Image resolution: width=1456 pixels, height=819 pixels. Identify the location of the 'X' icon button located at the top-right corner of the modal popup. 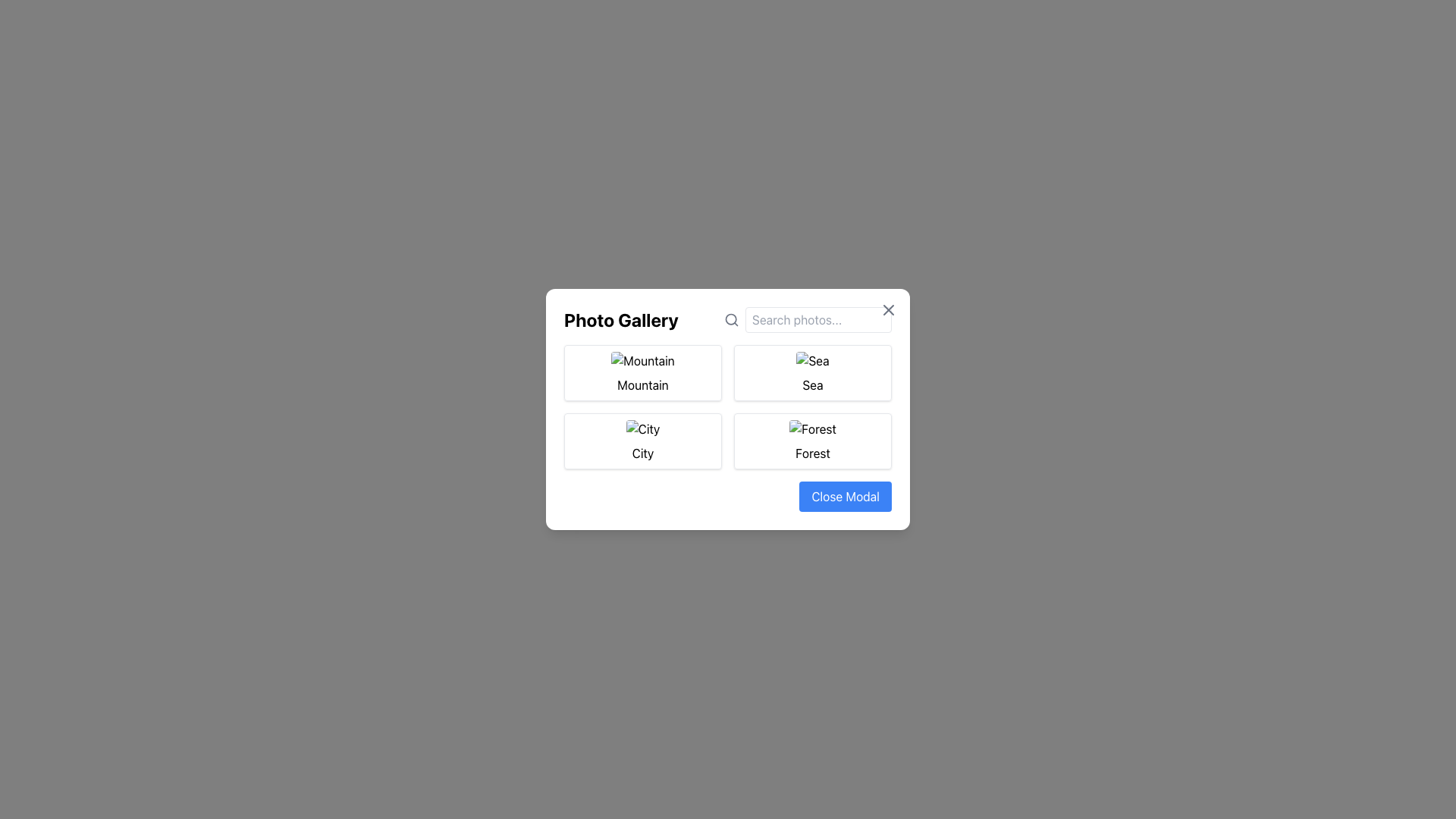
(888, 309).